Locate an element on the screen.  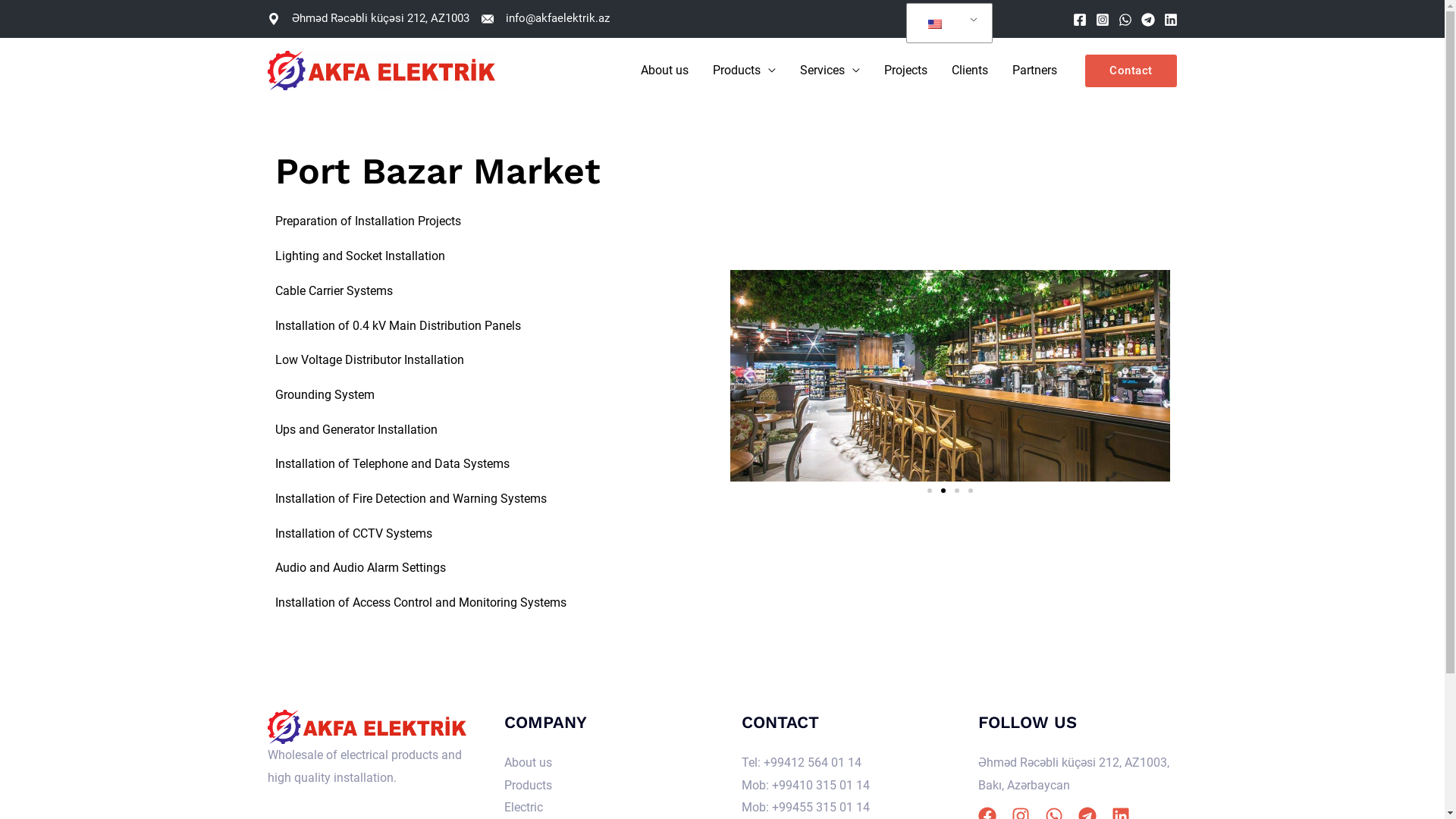
'Mob: +99455 315 01 14' is located at coordinates (805, 806).